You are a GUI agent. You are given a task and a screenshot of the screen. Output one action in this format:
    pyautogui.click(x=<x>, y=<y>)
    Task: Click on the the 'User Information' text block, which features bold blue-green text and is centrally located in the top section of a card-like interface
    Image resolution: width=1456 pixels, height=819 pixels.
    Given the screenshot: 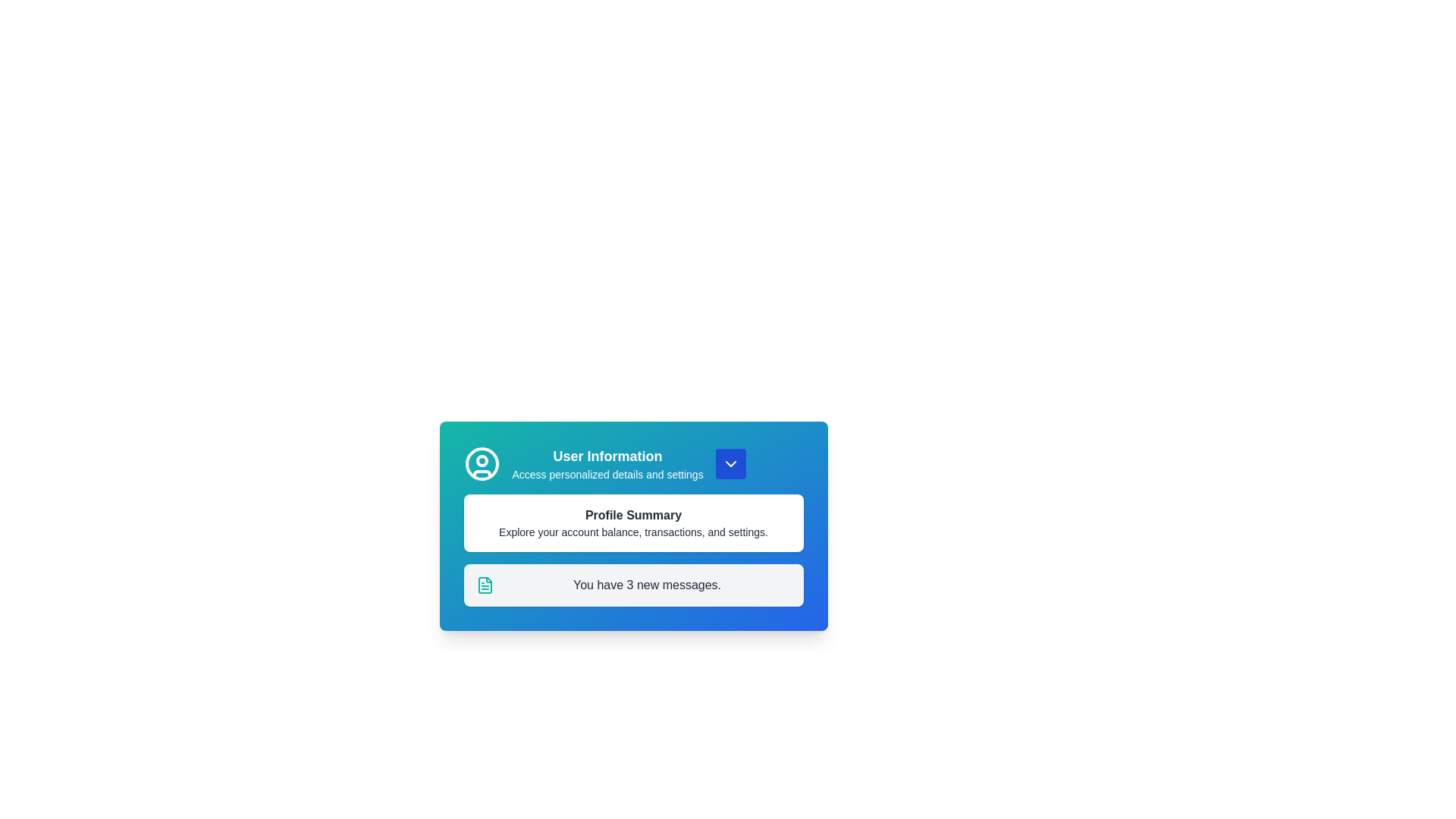 What is the action you would take?
    pyautogui.click(x=607, y=463)
    